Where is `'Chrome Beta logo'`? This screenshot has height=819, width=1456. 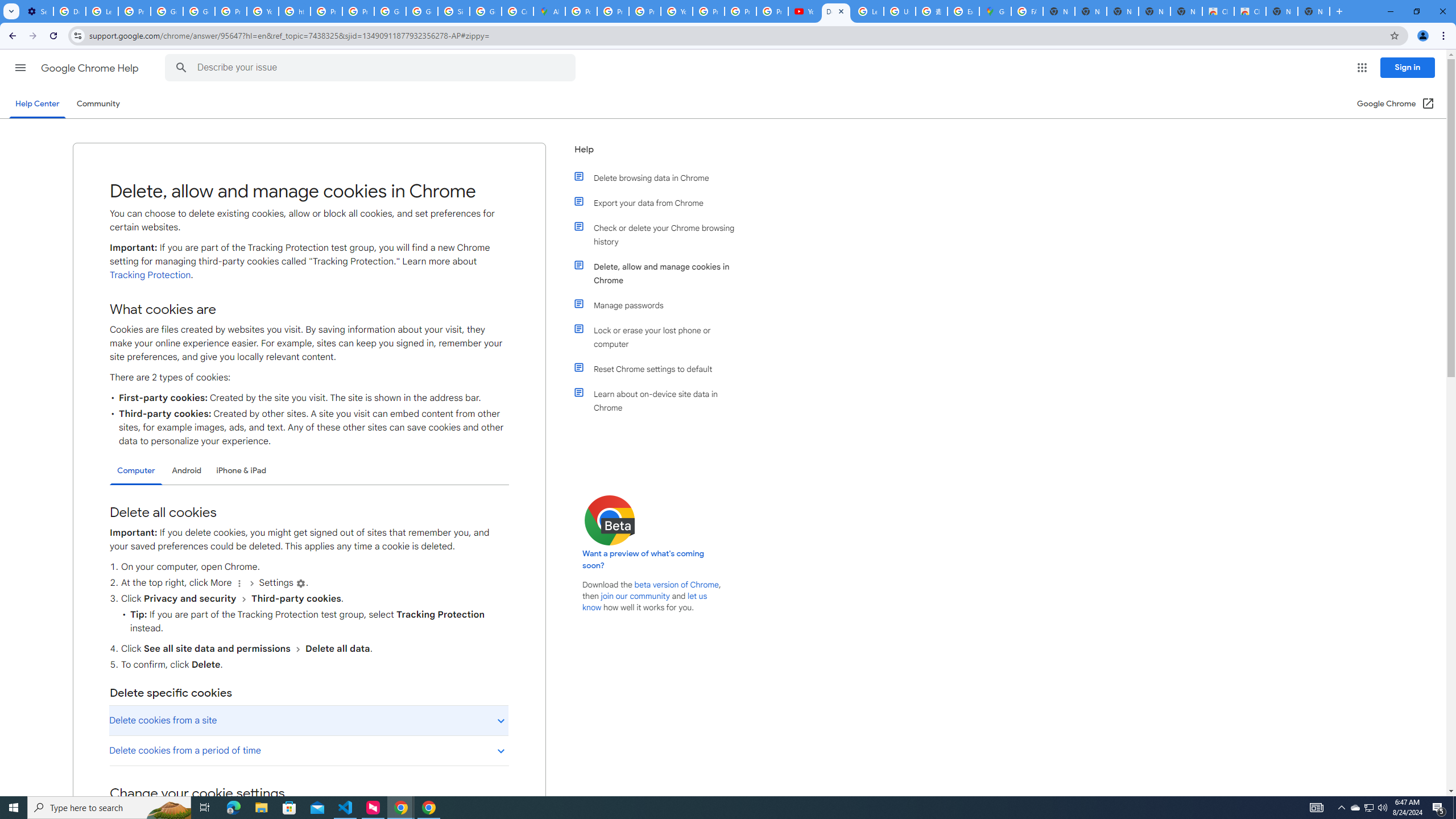
'Chrome Beta logo' is located at coordinates (610, 520).